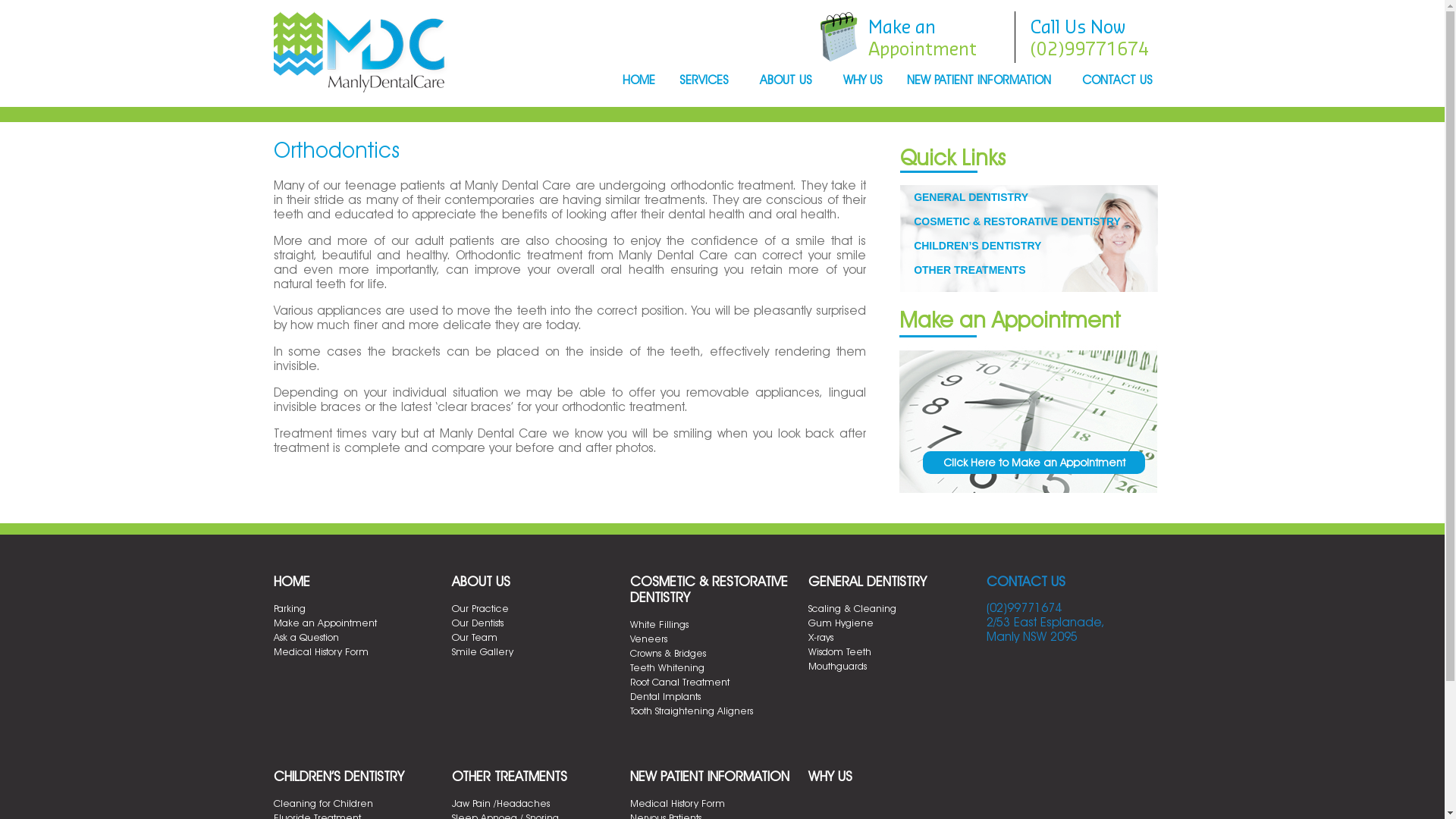 The width and height of the screenshot is (1456, 819). What do you see at coordinates (476, 623) in the screenshot?
I see `'Our Dentists'` at bounding box center [476, 623].